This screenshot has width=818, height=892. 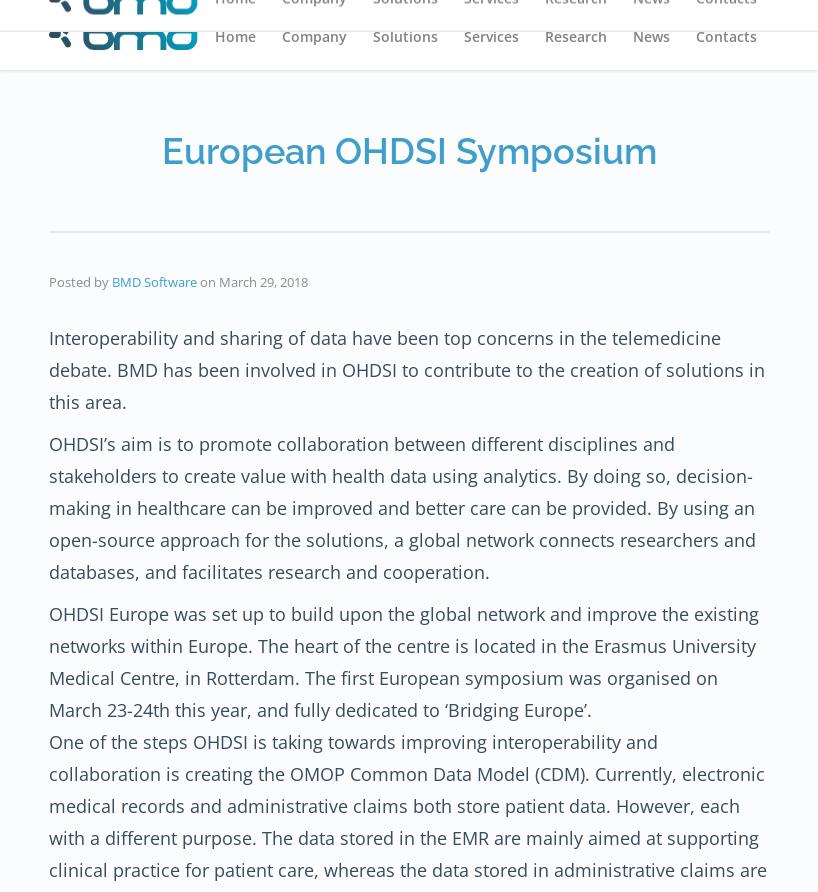 I want to click on 'OHDSI Europe was set up to build upon the global network and improve the existing networks within Europe. The heart of the centre is located in the Erasmus University Medical Centre, in Rotterdam. The first European symposium was organised on March 23-24th this year, and fully dedicated to ‘Bridging Europe’.', so click(x=404, y=659).